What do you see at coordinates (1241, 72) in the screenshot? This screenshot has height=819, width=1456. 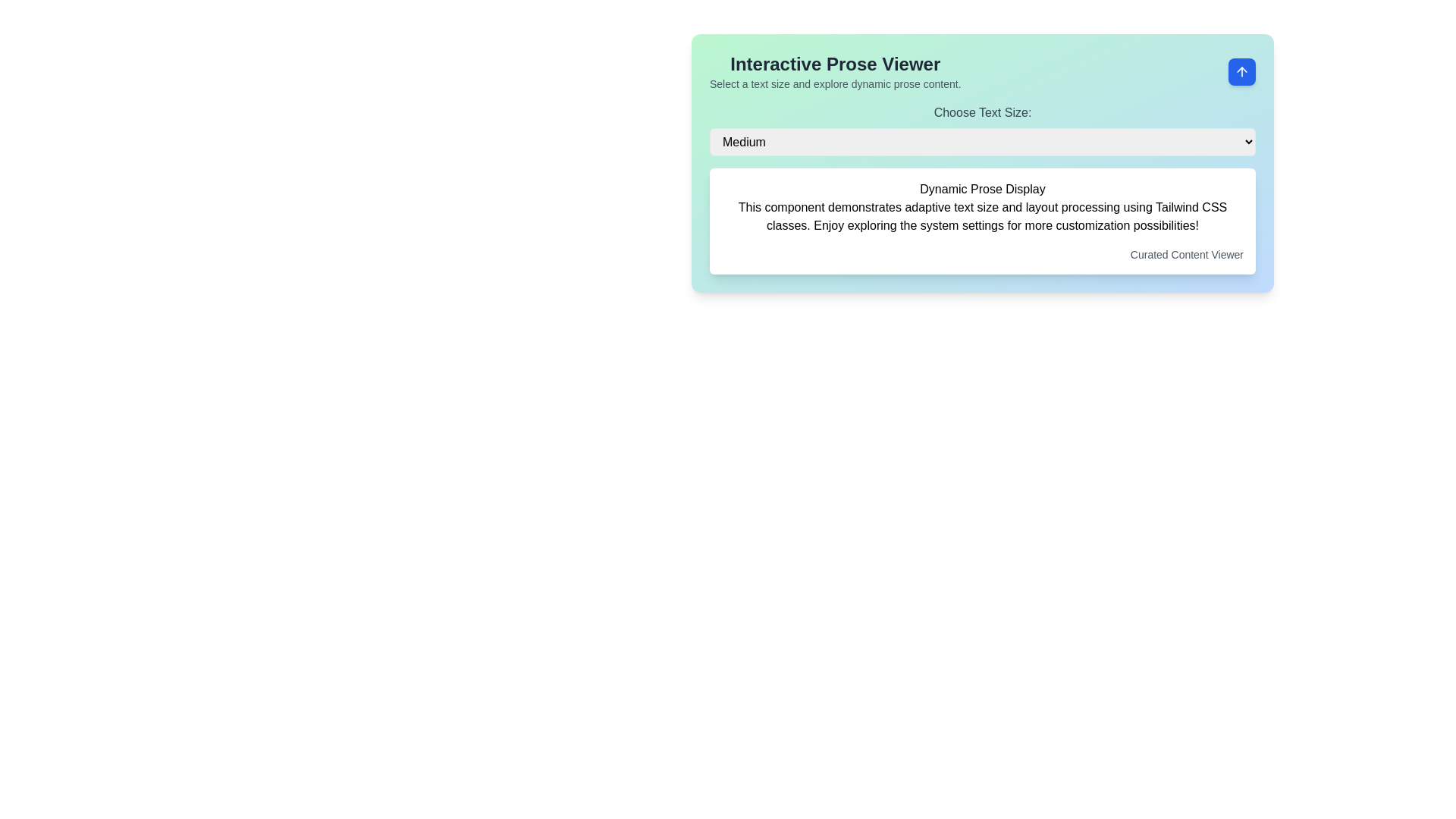 I see `the scroll-to-top icon located in the top-right corner of the 'Interactive Prose Viewer' card` at bounding box center [1241, 72].